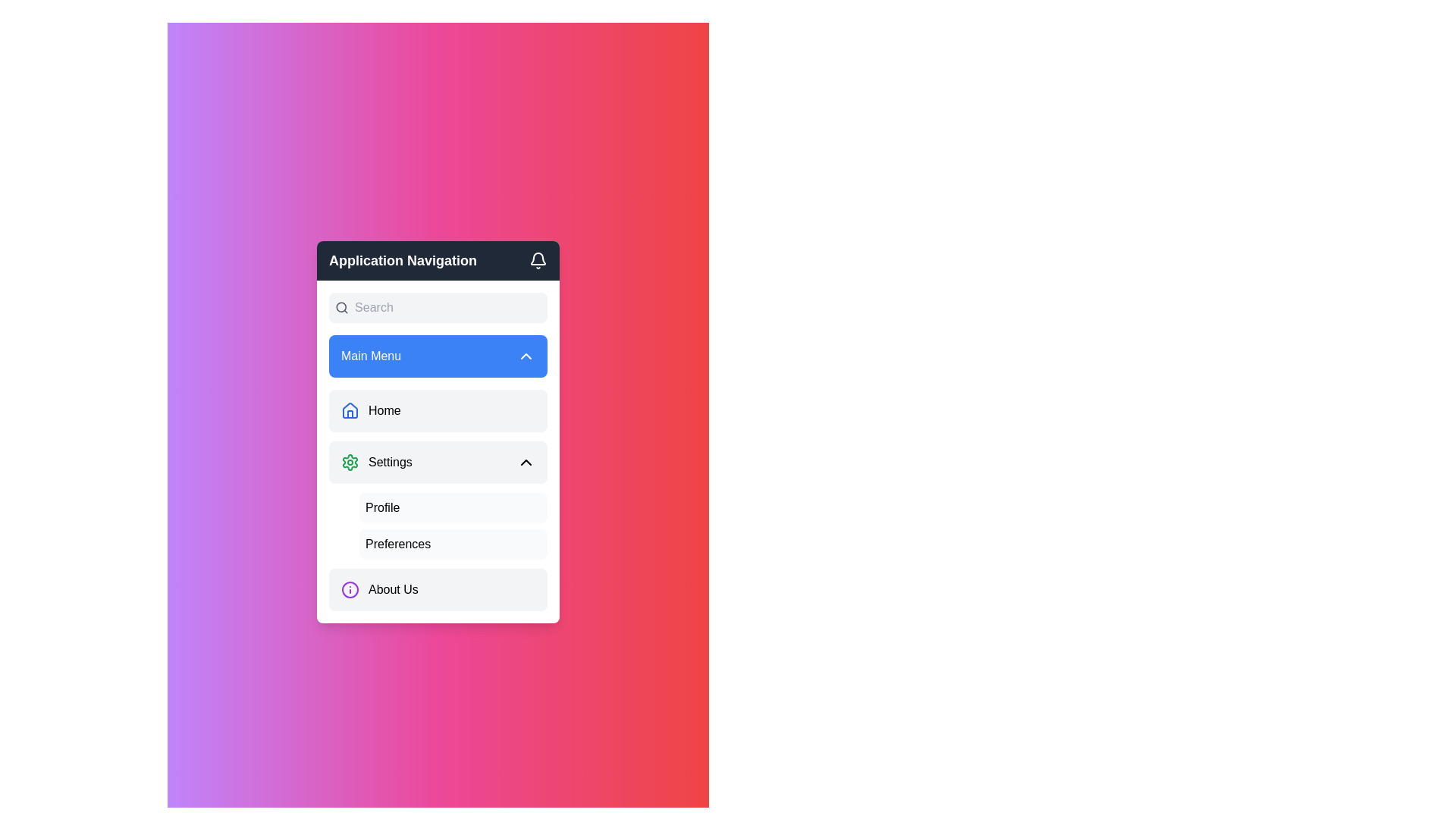 The height and width of the screenshot is (819, 1456). Describe the element at coordinates (453, 508) in the screenshot. I see `the 'Profile' button located in the navigation menu panel` at that location.